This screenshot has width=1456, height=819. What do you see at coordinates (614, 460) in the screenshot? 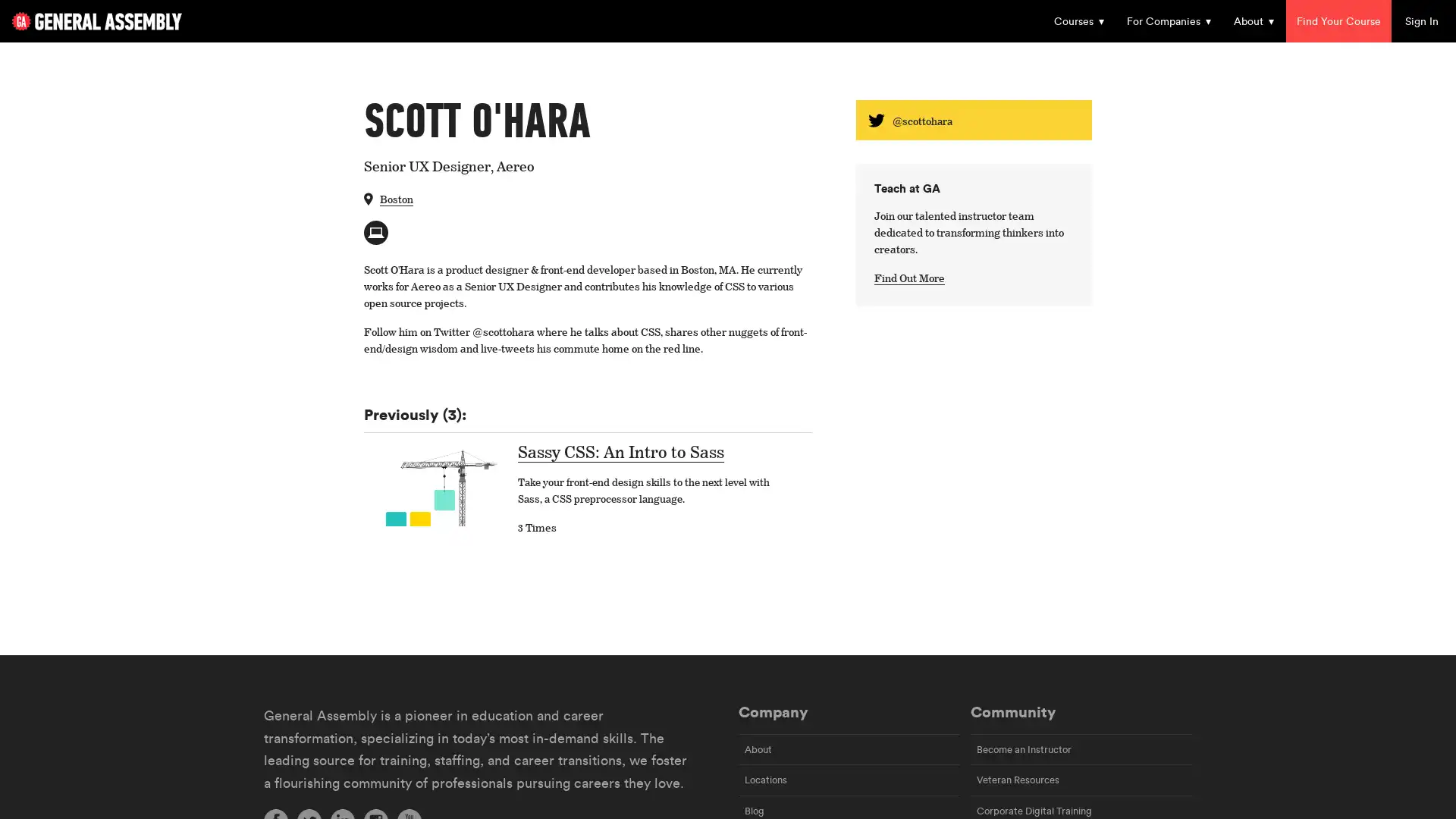
I see `Subscribe + Save` at bounding box center [614, 460].